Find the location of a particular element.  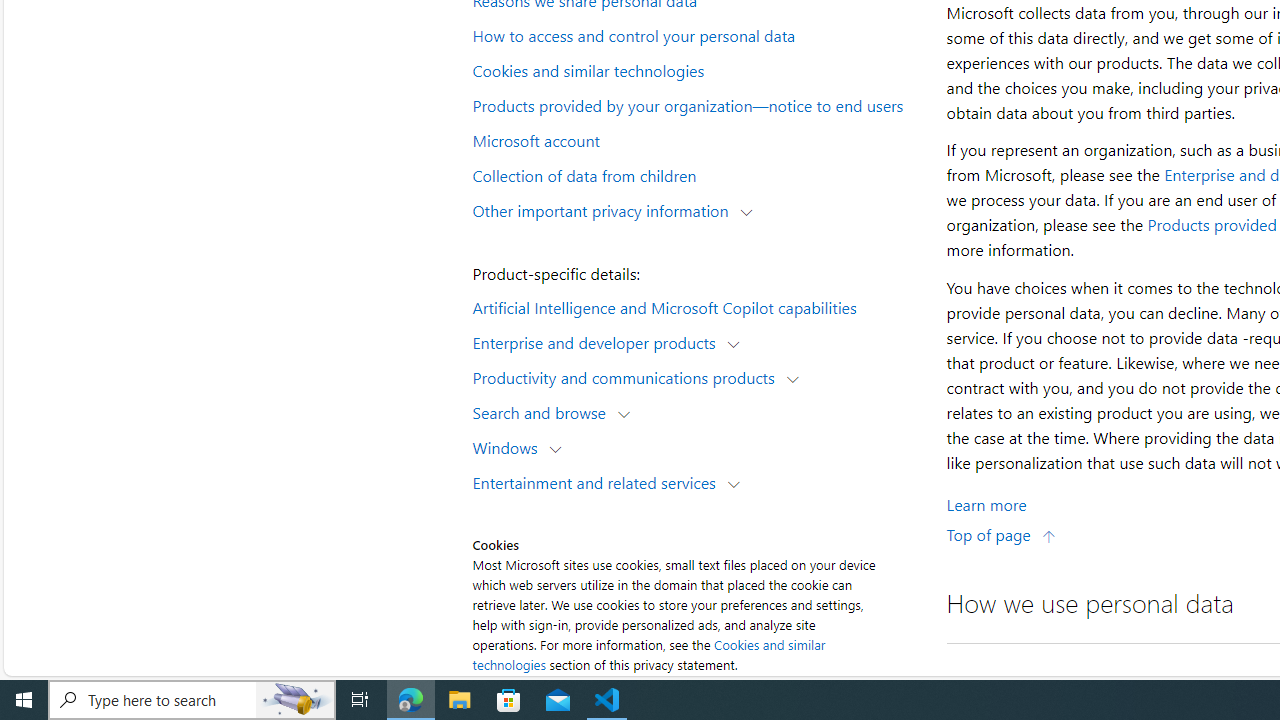

'Microsoft account' is located at coordinates (696, 138).